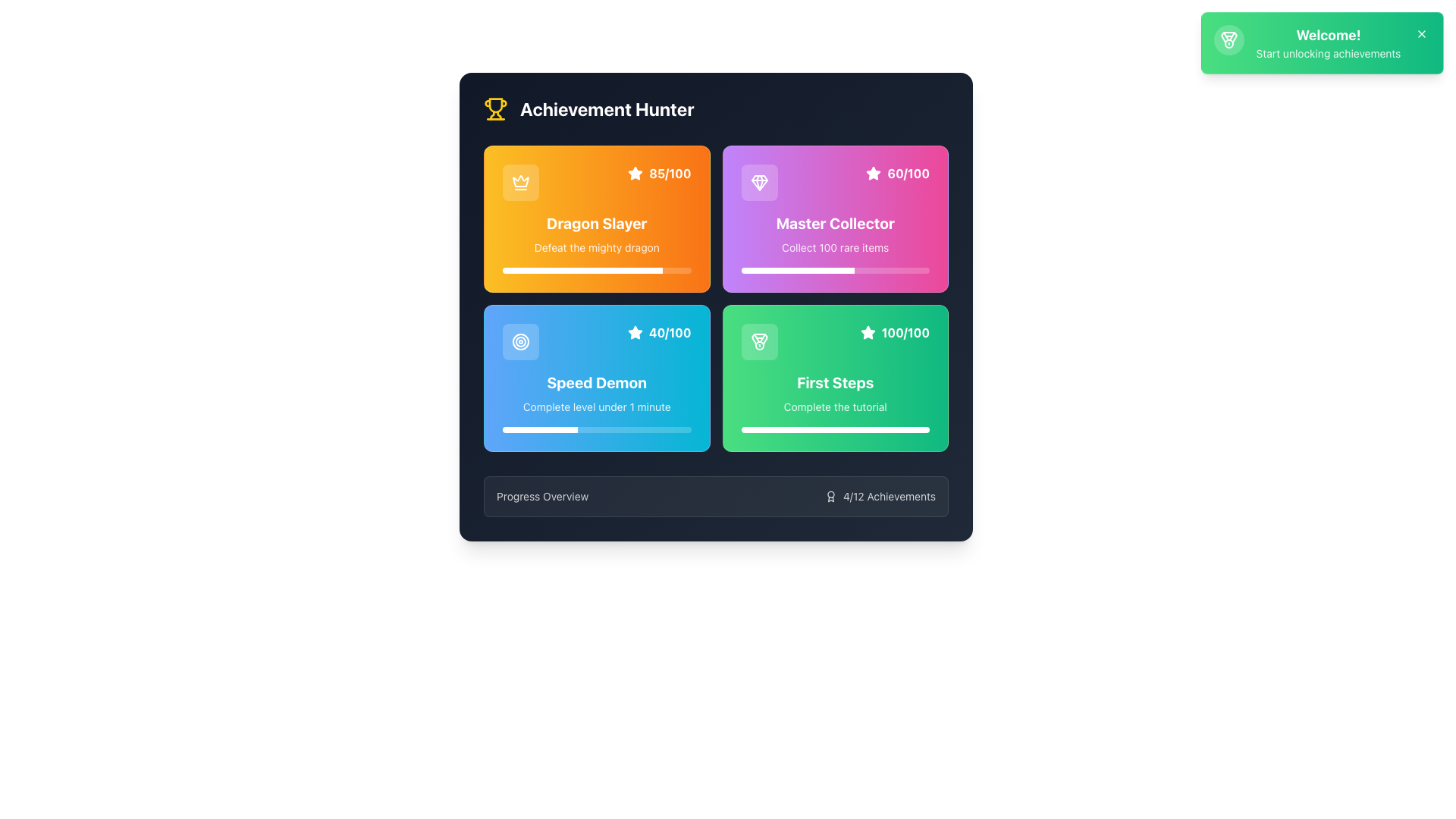 The width and height of the screenshot is (1456, 819). What do you see at coordinates (759, 182) in the screenshot?
I see `the diamond-shaped icon styled in white on a purple background, located near the top-right of the 'Master Collector' card` at bounding box center [759, 182].